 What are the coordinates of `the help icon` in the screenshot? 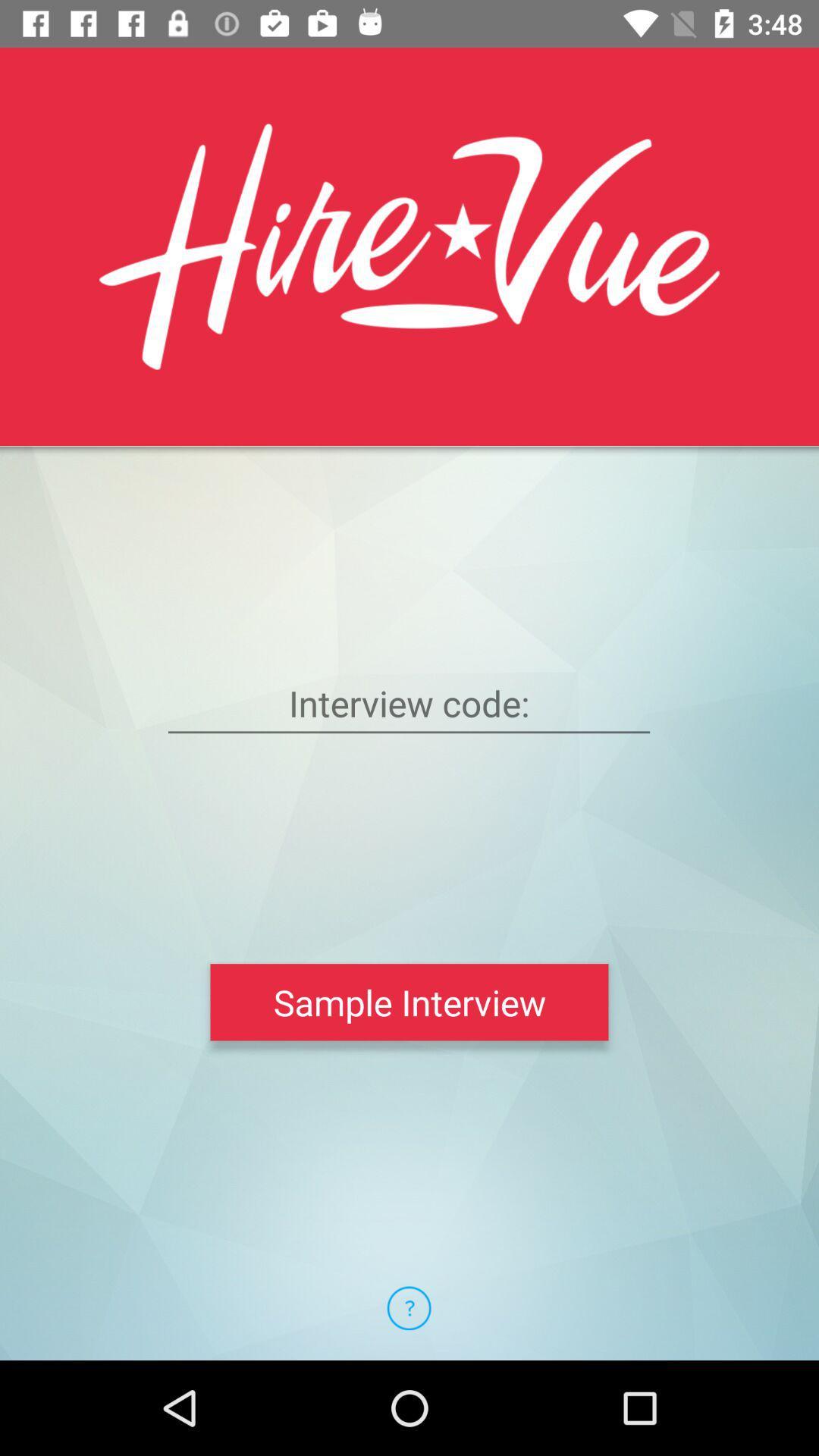 It's located at (408, 1307).